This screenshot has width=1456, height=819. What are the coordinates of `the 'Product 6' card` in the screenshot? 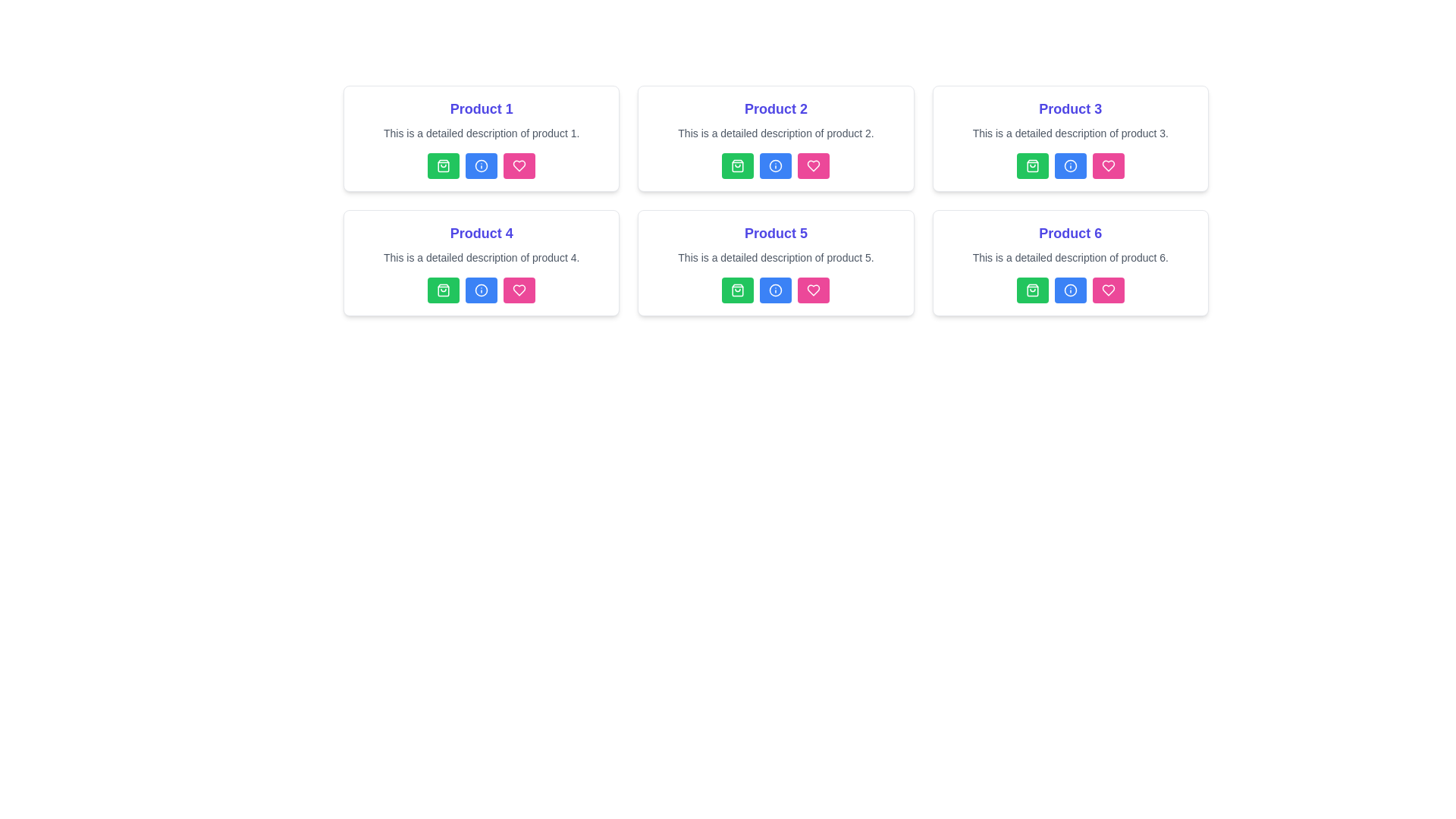 It's located at (1069, 262).